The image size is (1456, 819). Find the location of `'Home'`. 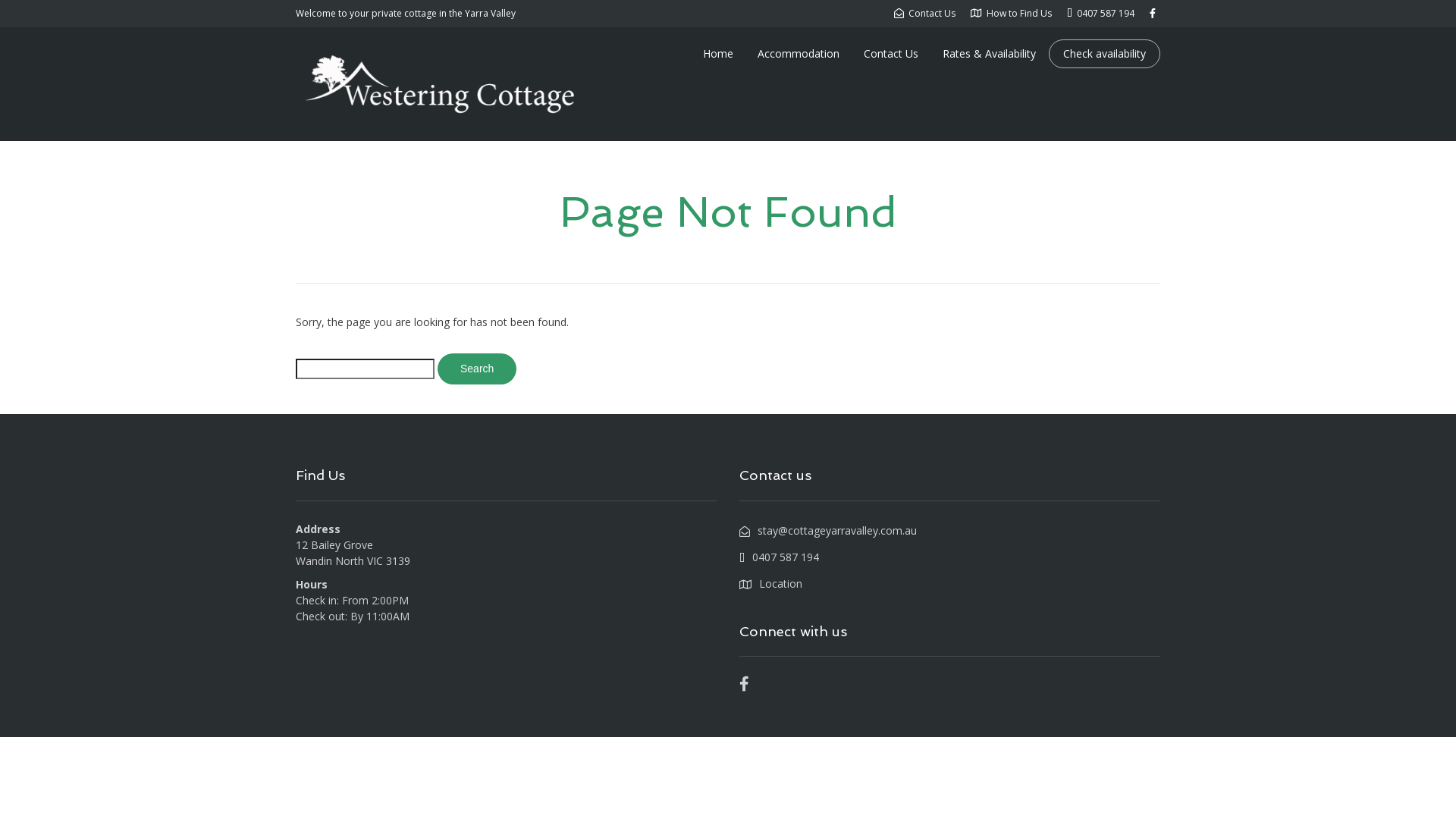

'Home' is located at coordinates (717, 52).